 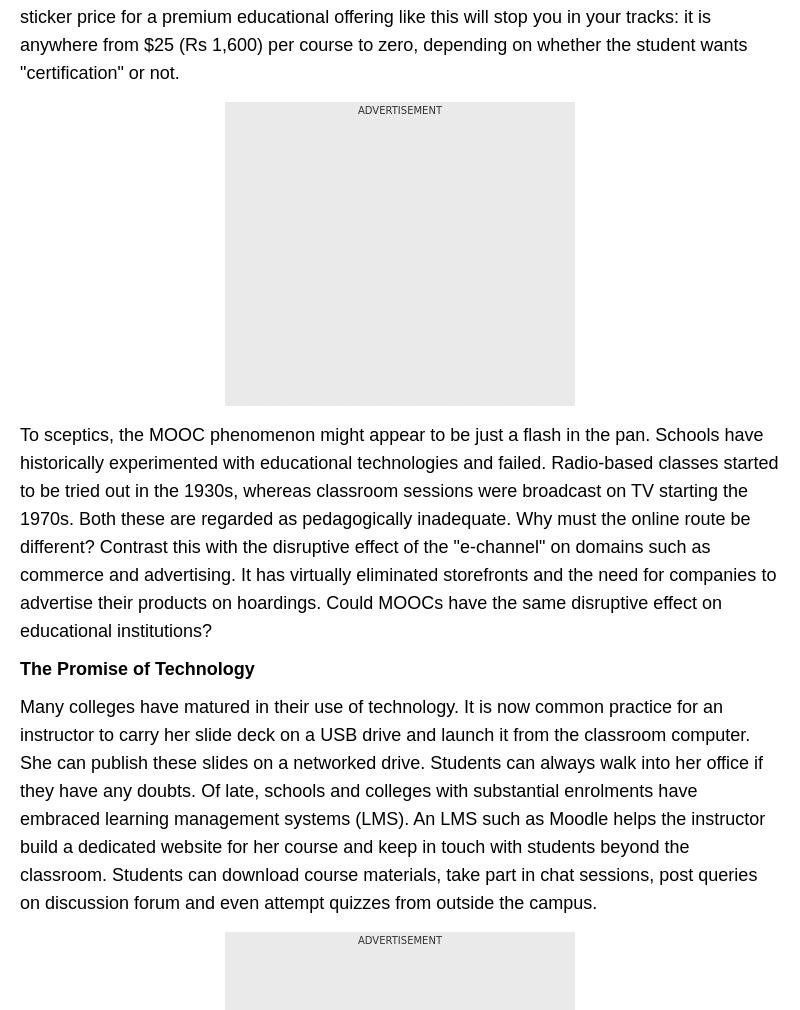 I want to click on 'BT Bazaar', so click(x=436, y=136).